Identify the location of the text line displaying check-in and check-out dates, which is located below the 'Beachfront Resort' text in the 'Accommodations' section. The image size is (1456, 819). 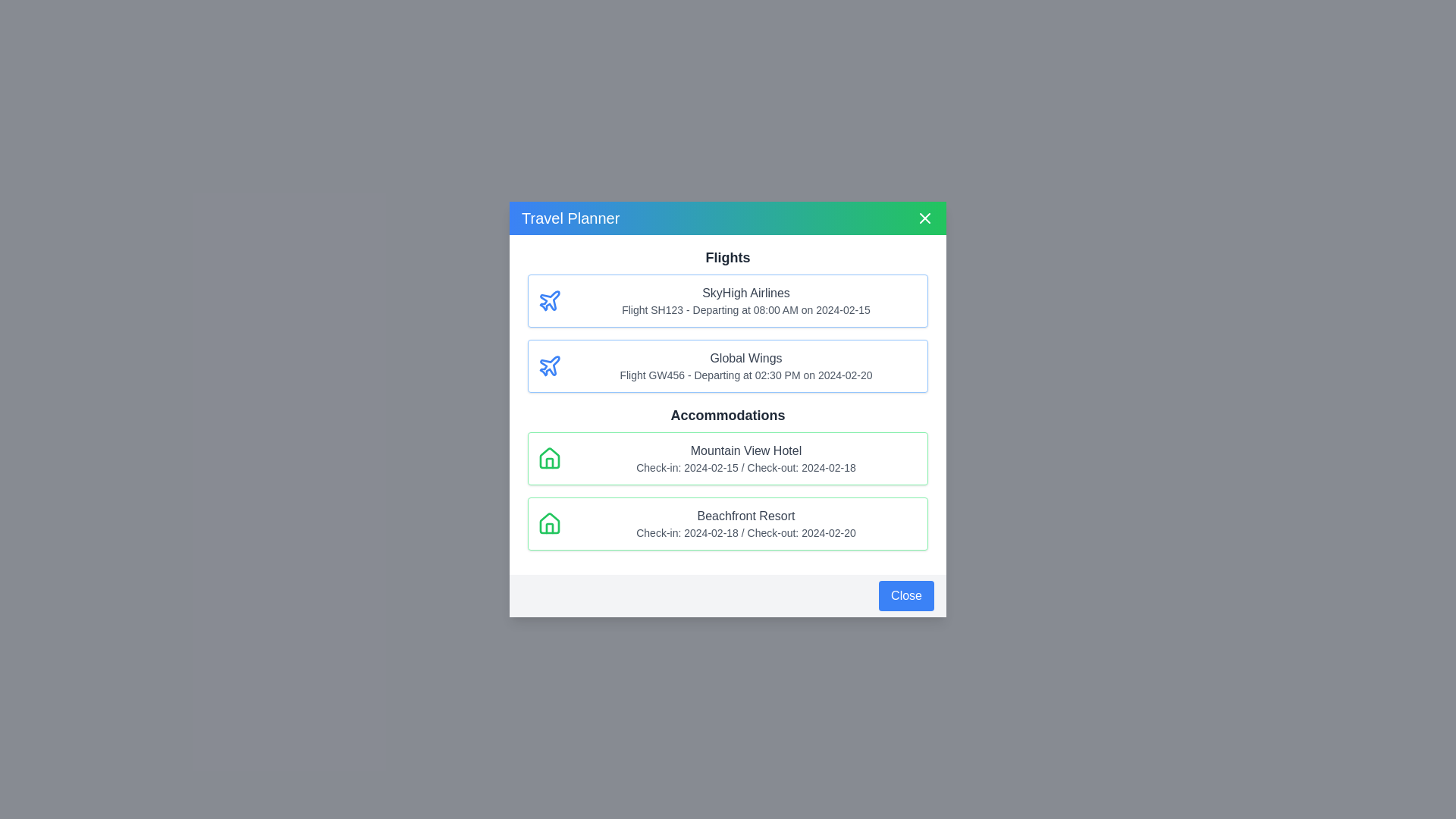
(745, 532).